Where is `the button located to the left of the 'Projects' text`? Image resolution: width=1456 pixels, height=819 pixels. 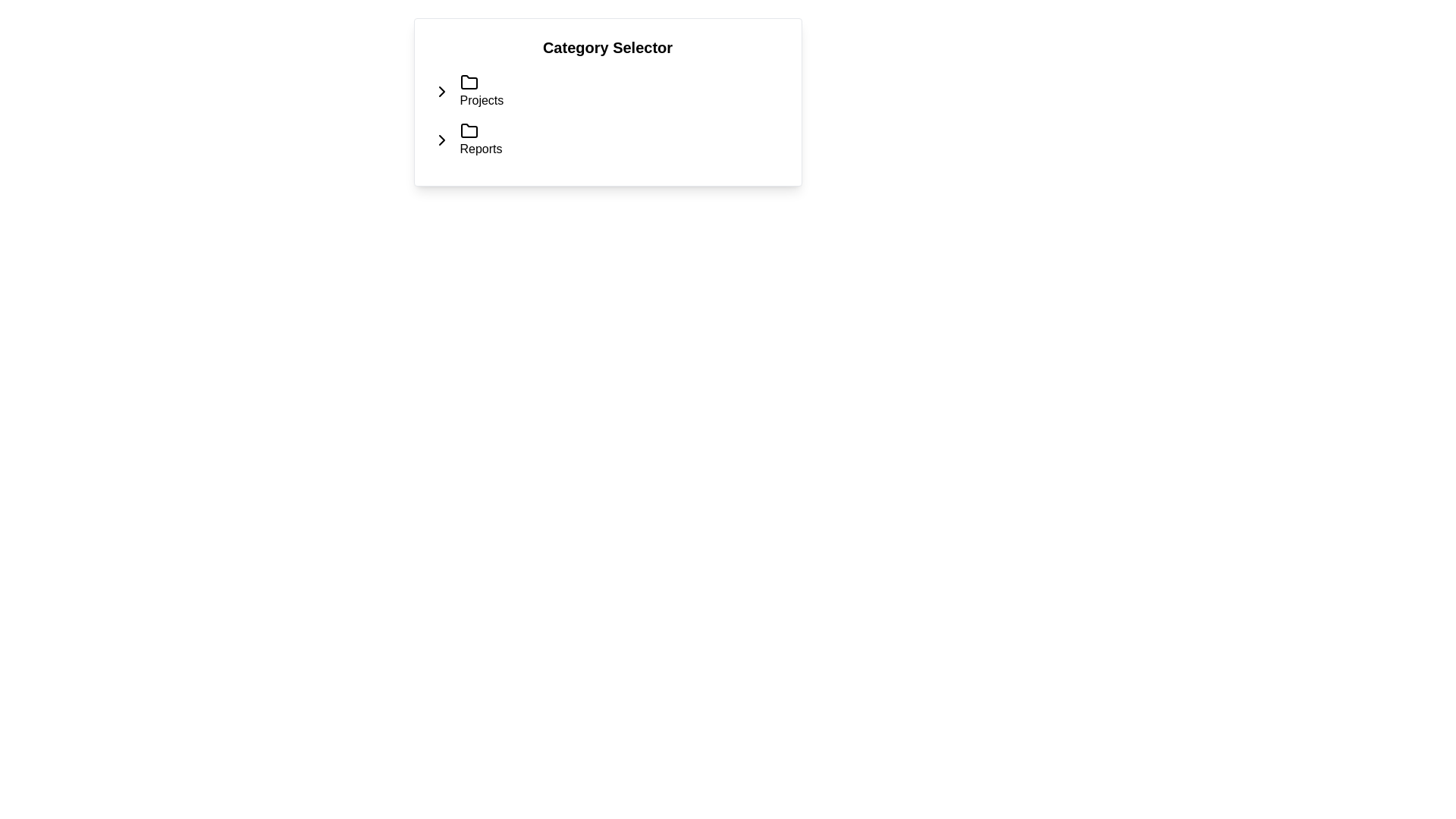 the button located to the left of the 'Projects' text is located at coordinates (441, 91).